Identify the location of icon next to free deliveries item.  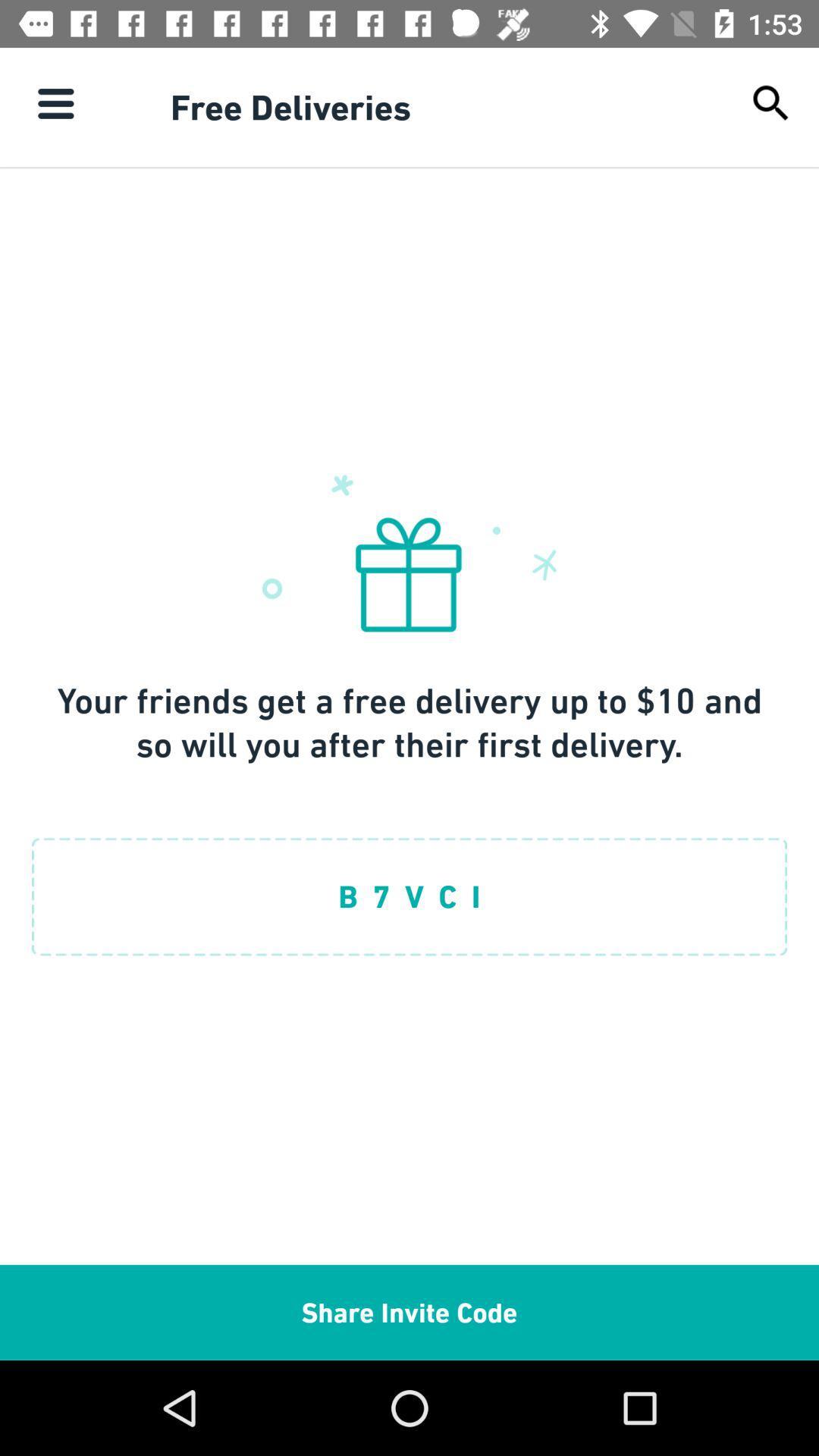
(771, 102).